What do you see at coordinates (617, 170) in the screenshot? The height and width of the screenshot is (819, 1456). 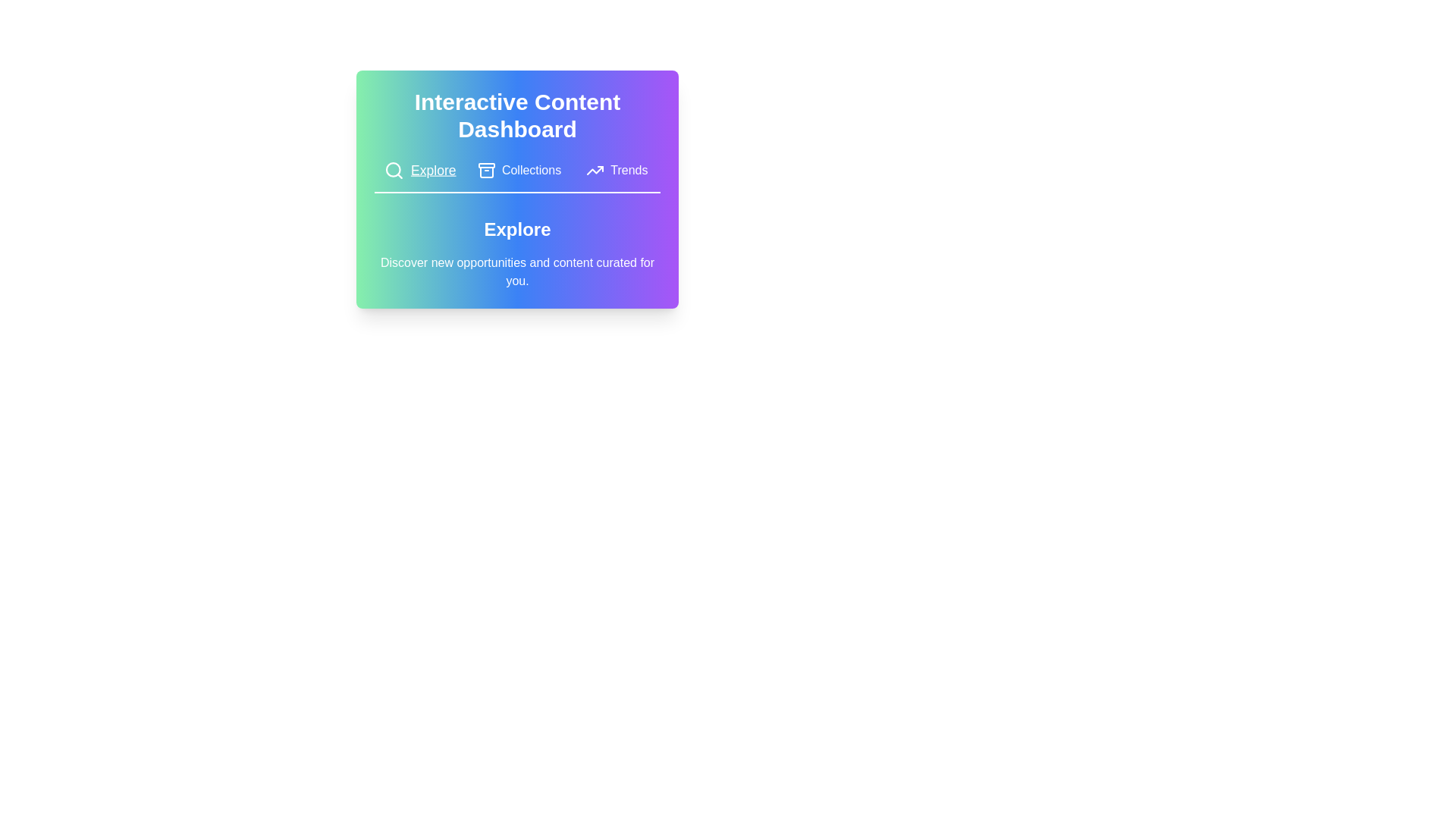 I see `the tab button labeled Trends` at bounding box center [617, 170].